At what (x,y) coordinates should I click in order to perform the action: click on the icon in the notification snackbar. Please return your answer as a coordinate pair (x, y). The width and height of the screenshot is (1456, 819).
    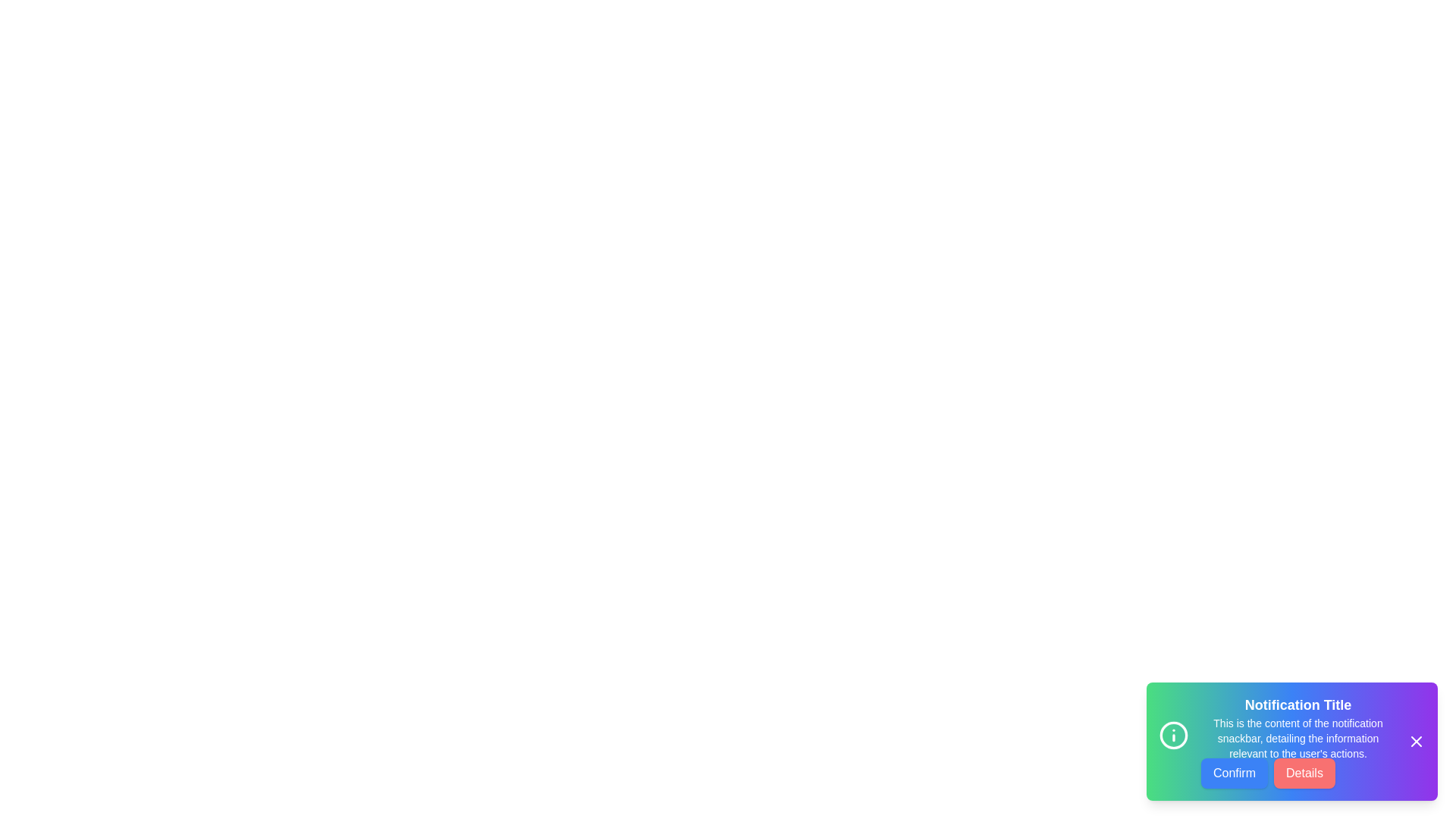
    Looking at the image, I should click on (1173, 738).